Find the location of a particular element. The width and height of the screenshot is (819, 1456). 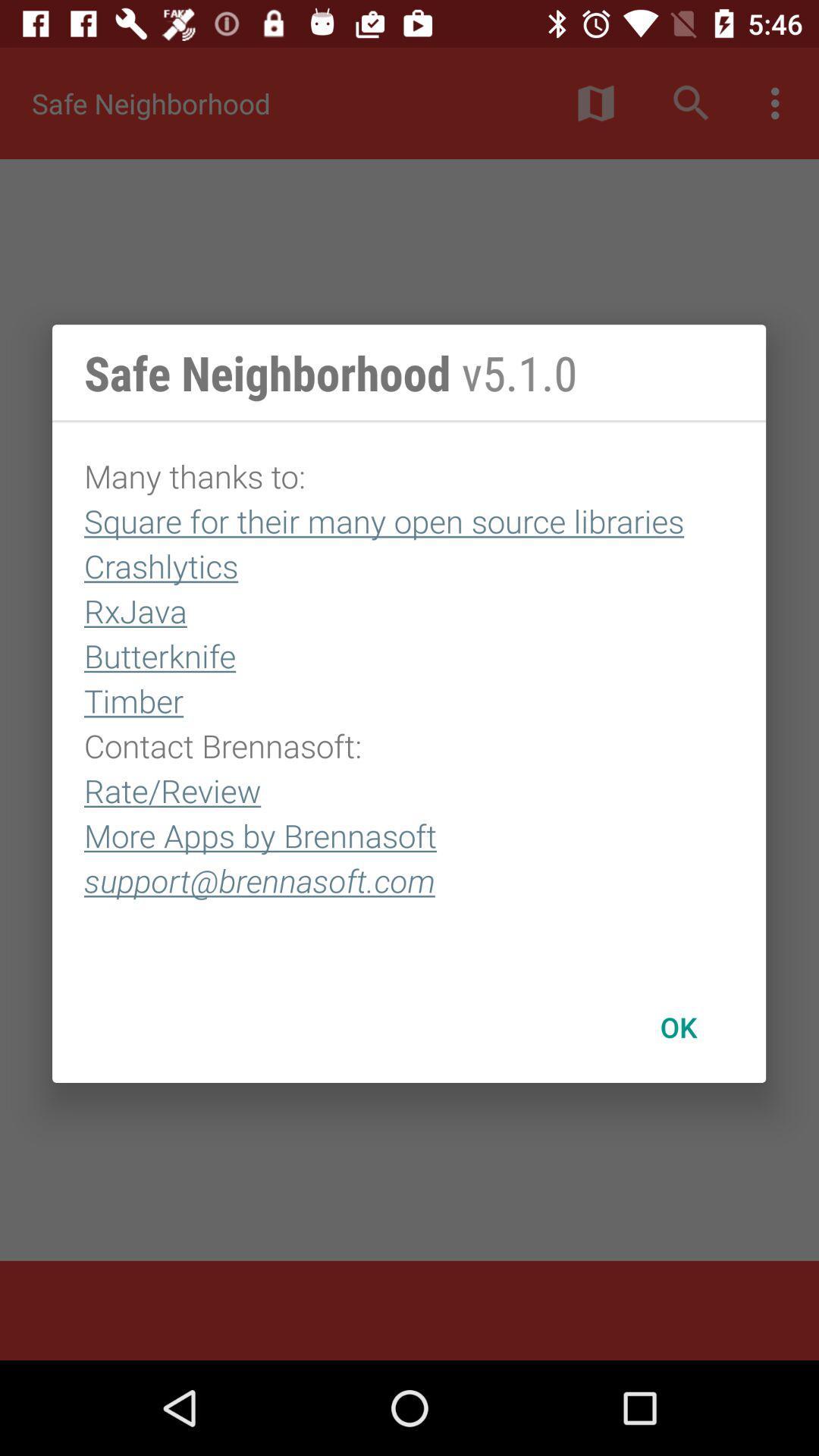

item below many thanks to item is located at coordinates (677, 1027).